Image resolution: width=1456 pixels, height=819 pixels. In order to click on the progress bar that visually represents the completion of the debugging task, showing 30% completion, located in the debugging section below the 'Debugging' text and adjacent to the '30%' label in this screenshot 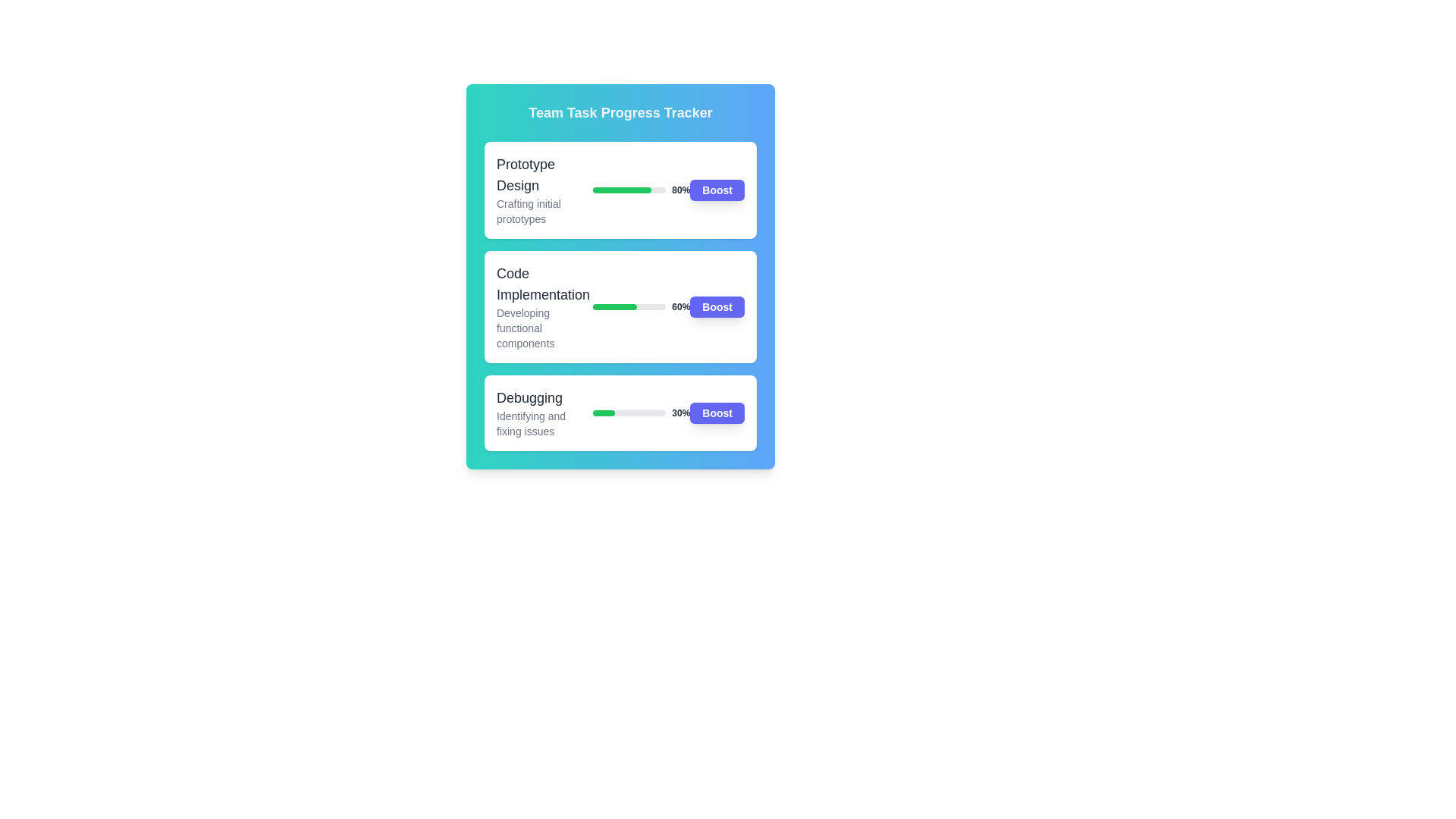, I will do `click(629, 413)`.